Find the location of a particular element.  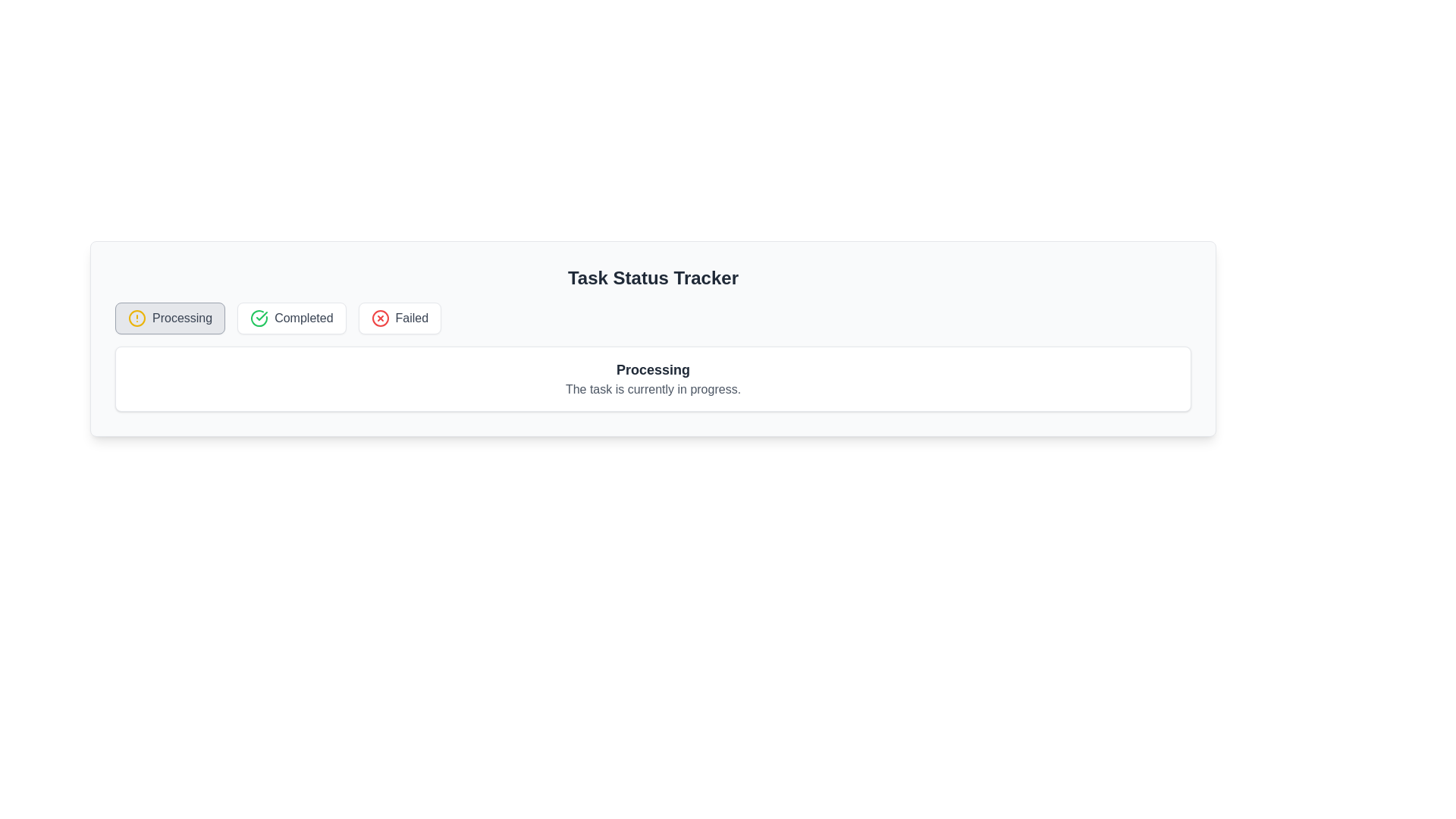

the 'Processing' button, which is the first among a set of status buttons with a light gray background and a yellow warning circle icon is located at coordinates (170, 318).